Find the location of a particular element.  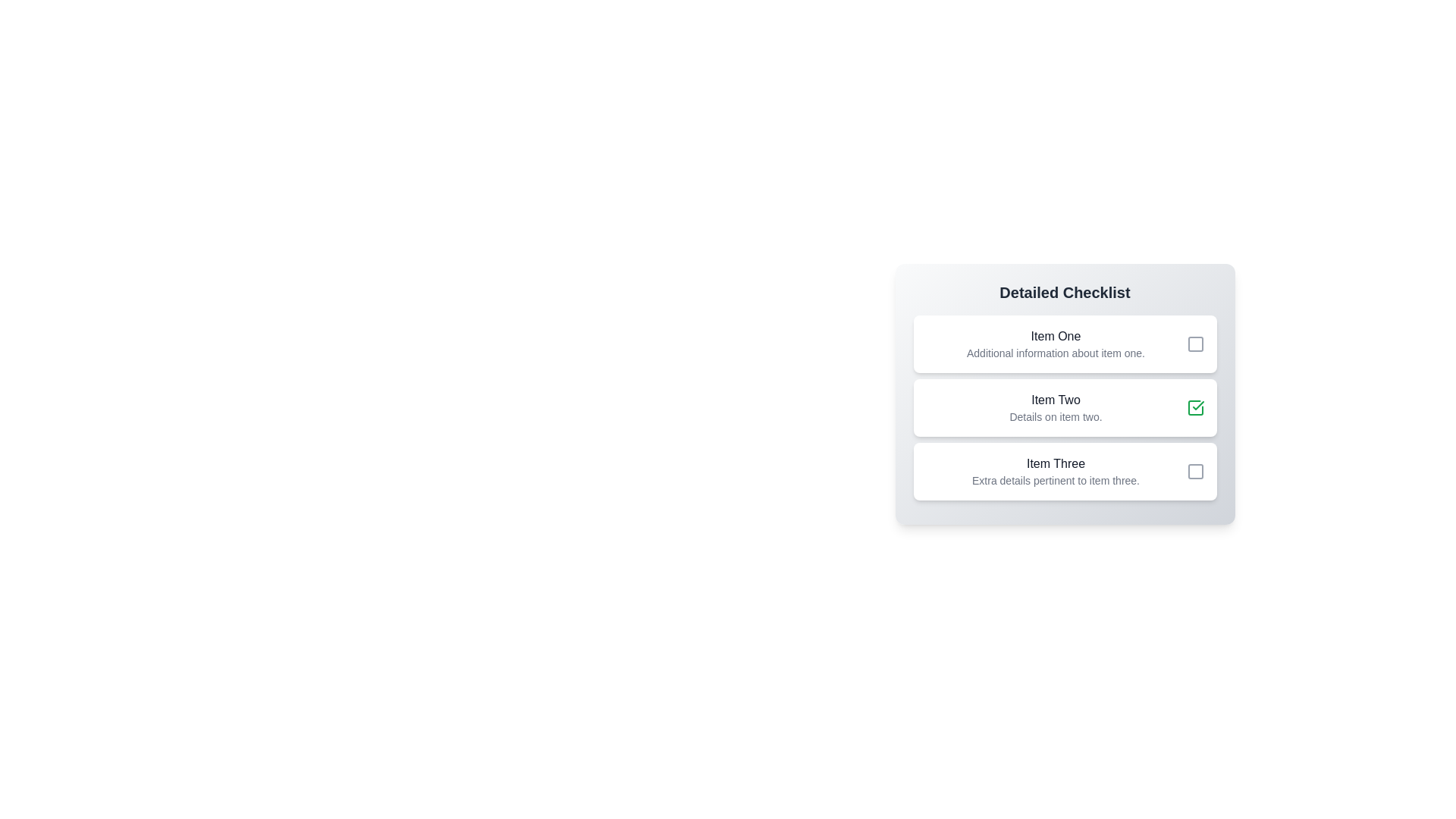

the center of the checkbox located to the right of the text 'Item One' in the checklist is located at coordinates (1194, 344).